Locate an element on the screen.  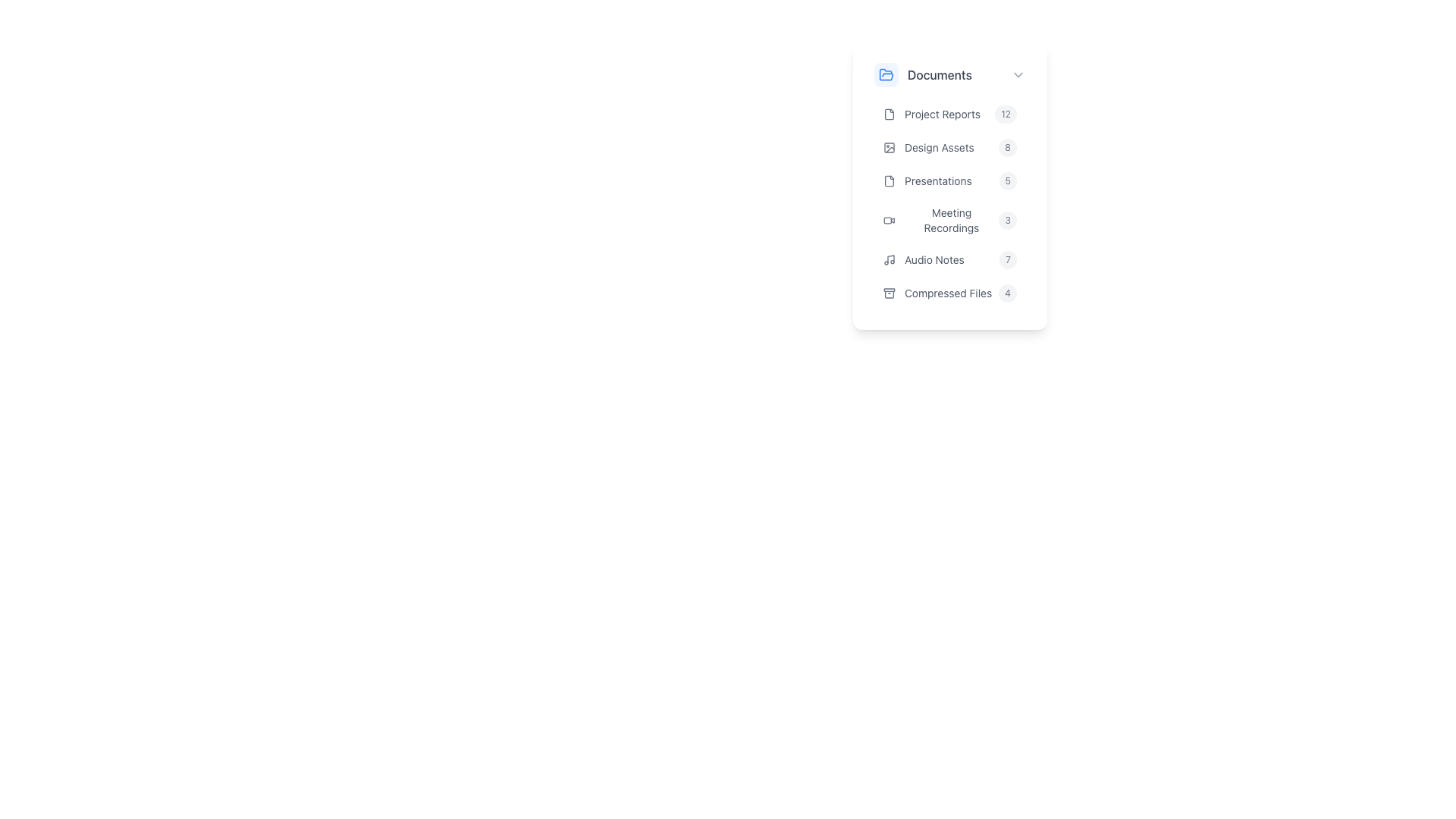
the List Item displaying 'Presentations' with the badge number '5', which is the third item in a vertical list, to trigger a visual effect is located at coordinates (949, 181).